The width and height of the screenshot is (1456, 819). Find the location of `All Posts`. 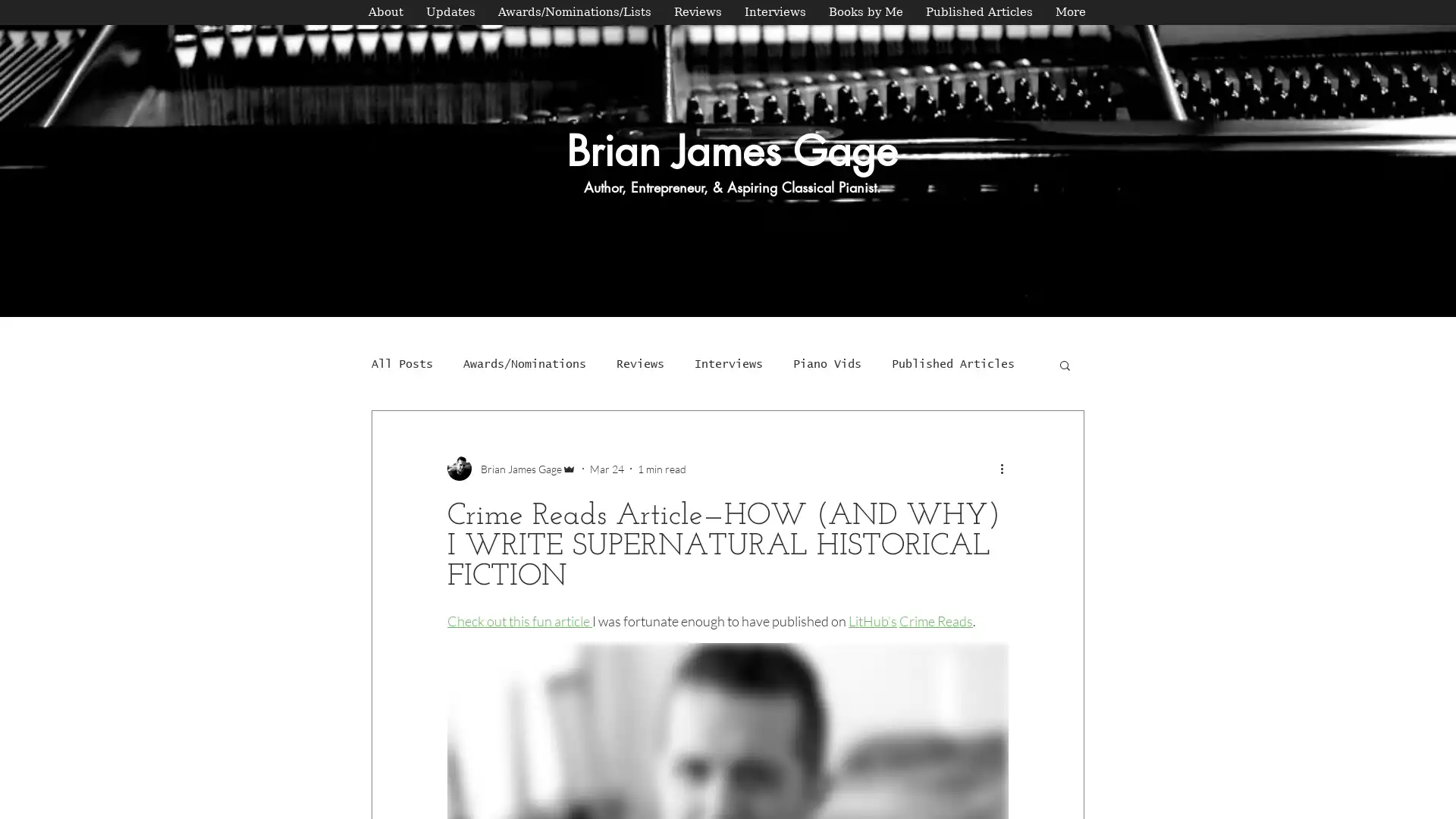

All Posts is located at coordinates (402, 365).